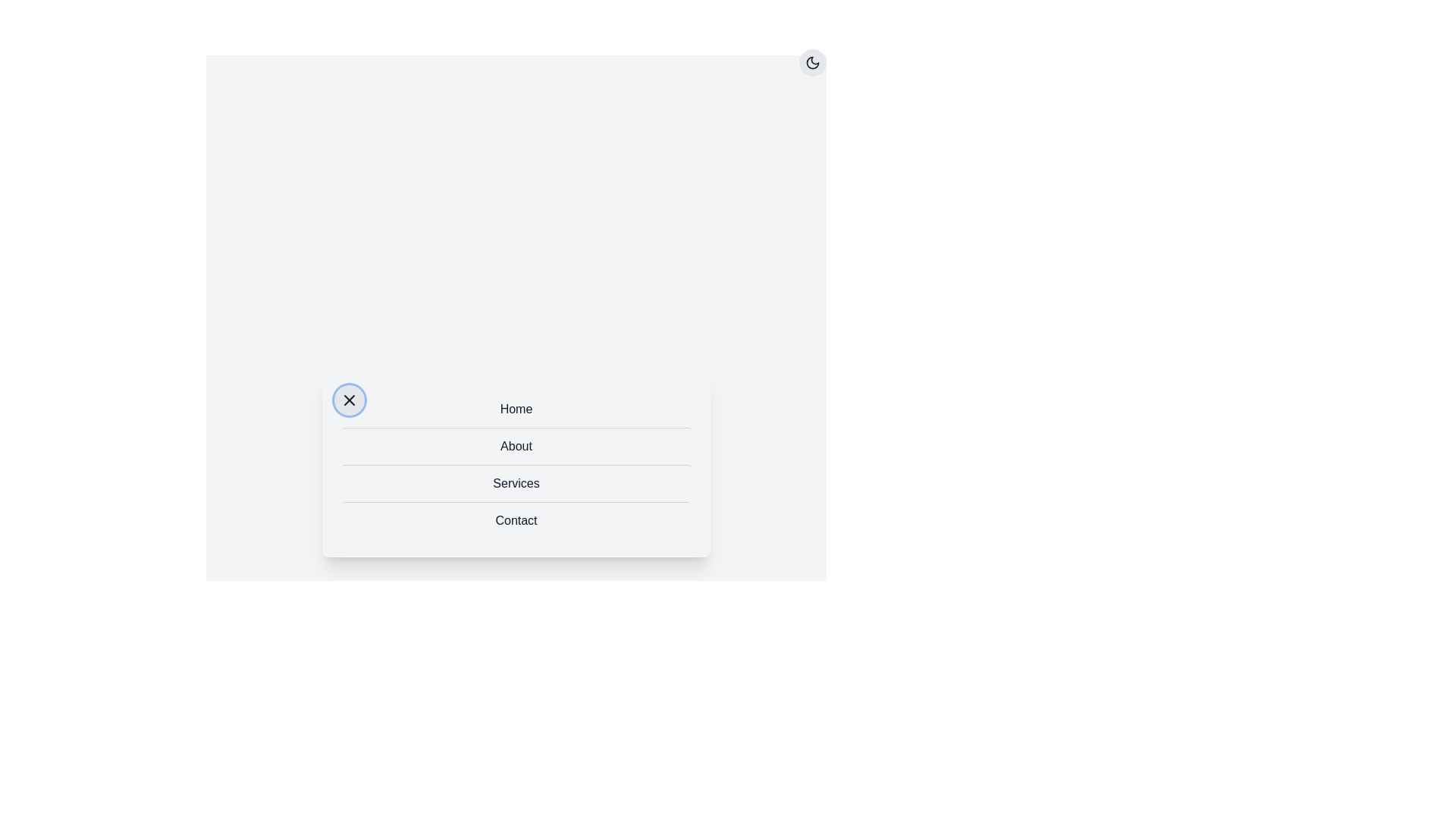 This screenshot has width=1456, height=819. I want to click on the menu item Services, so click(516, 482).